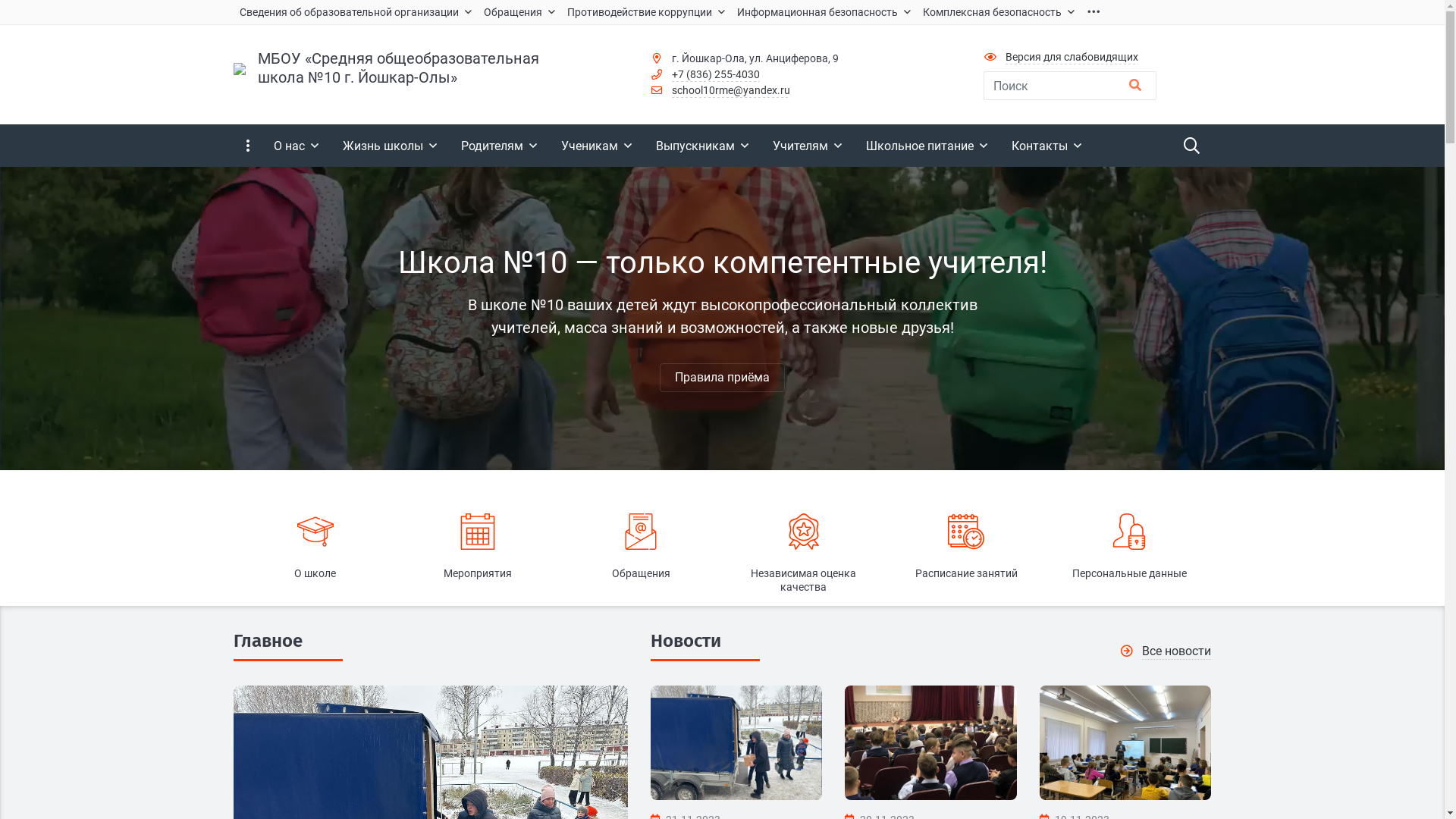 The image size is (1456, 819). I want to click on '+7 (836) 255-4030', so click(715, 75).